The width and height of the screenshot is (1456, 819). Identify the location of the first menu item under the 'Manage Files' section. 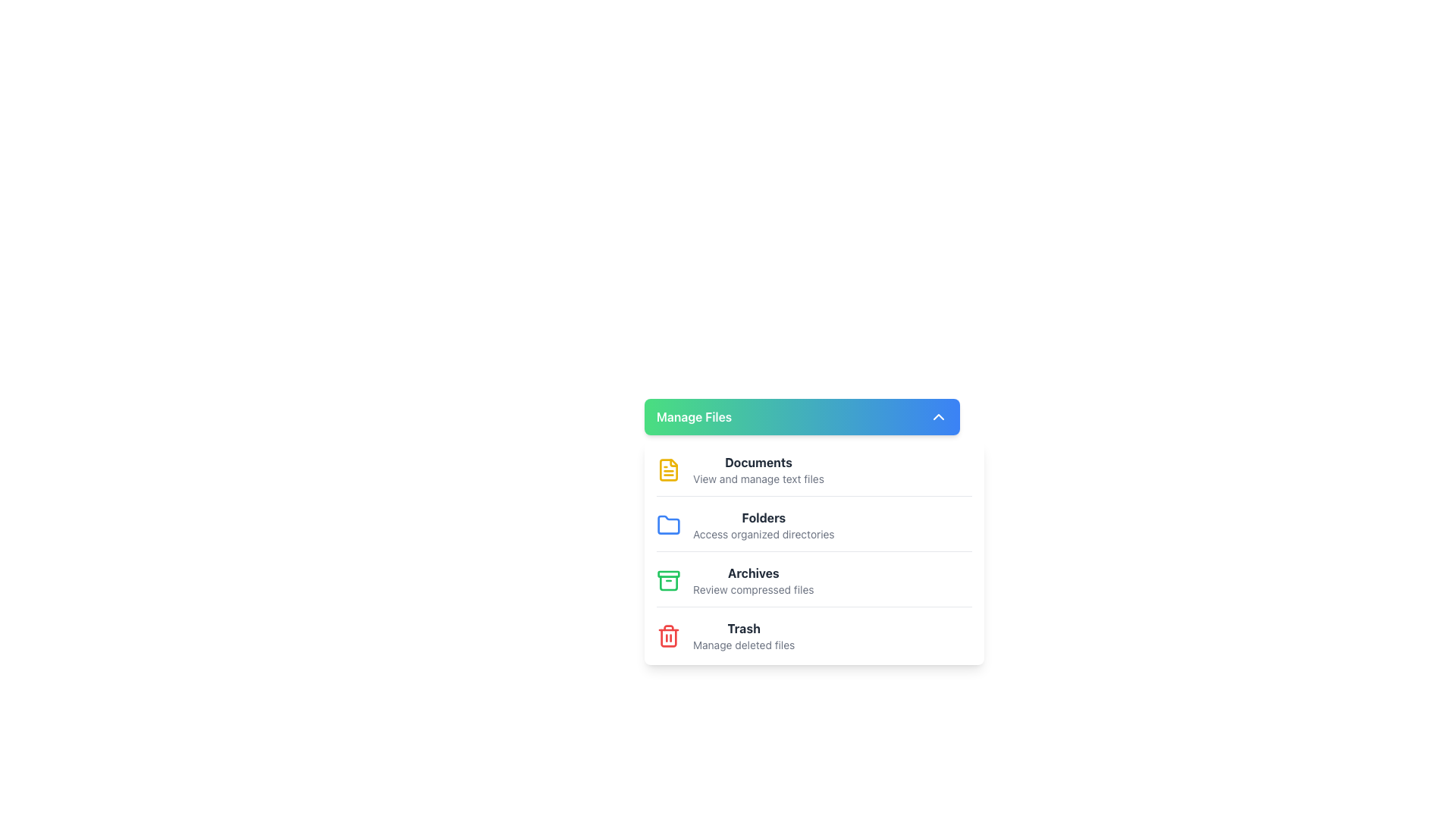
(814, 473).